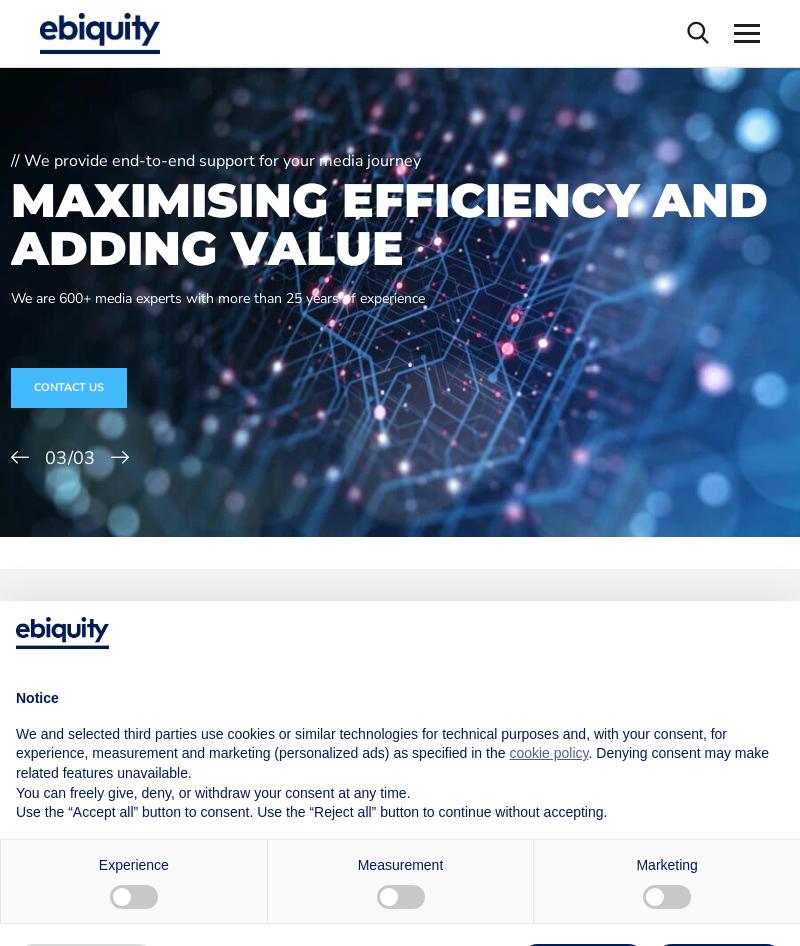  What do you see at coordinates (136, 700) in the screenshot?
I see `'Your Trusted'` at bounding box center [136, 700].